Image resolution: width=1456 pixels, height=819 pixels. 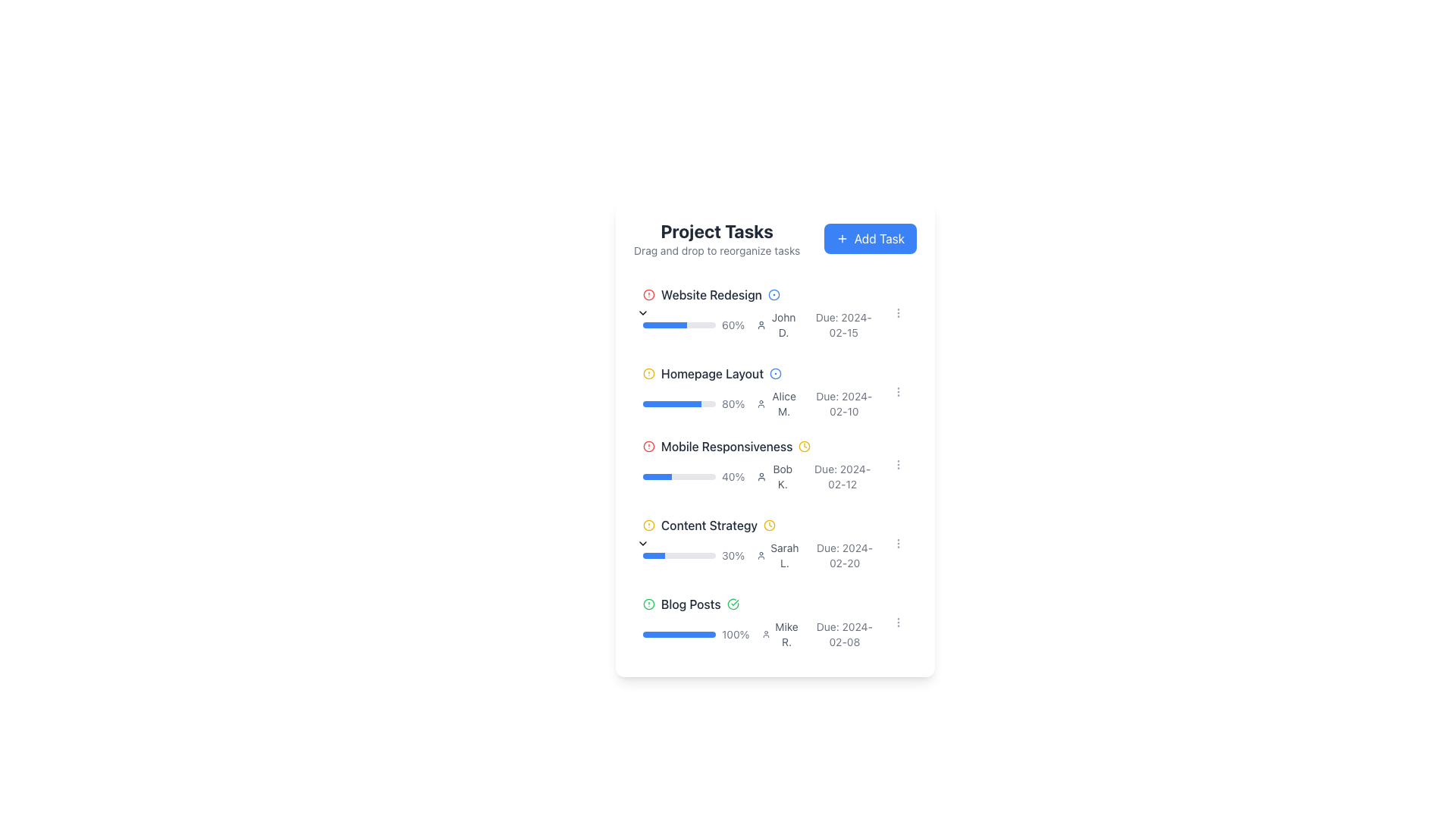 What do you see at coordinates (776, 475) in the screenshot?
I see `name displayed in the text block labeled 'Bob K.' which is styled in a muted gray color and accompanied by a user icon on its left` at bounding box center [776, 475].